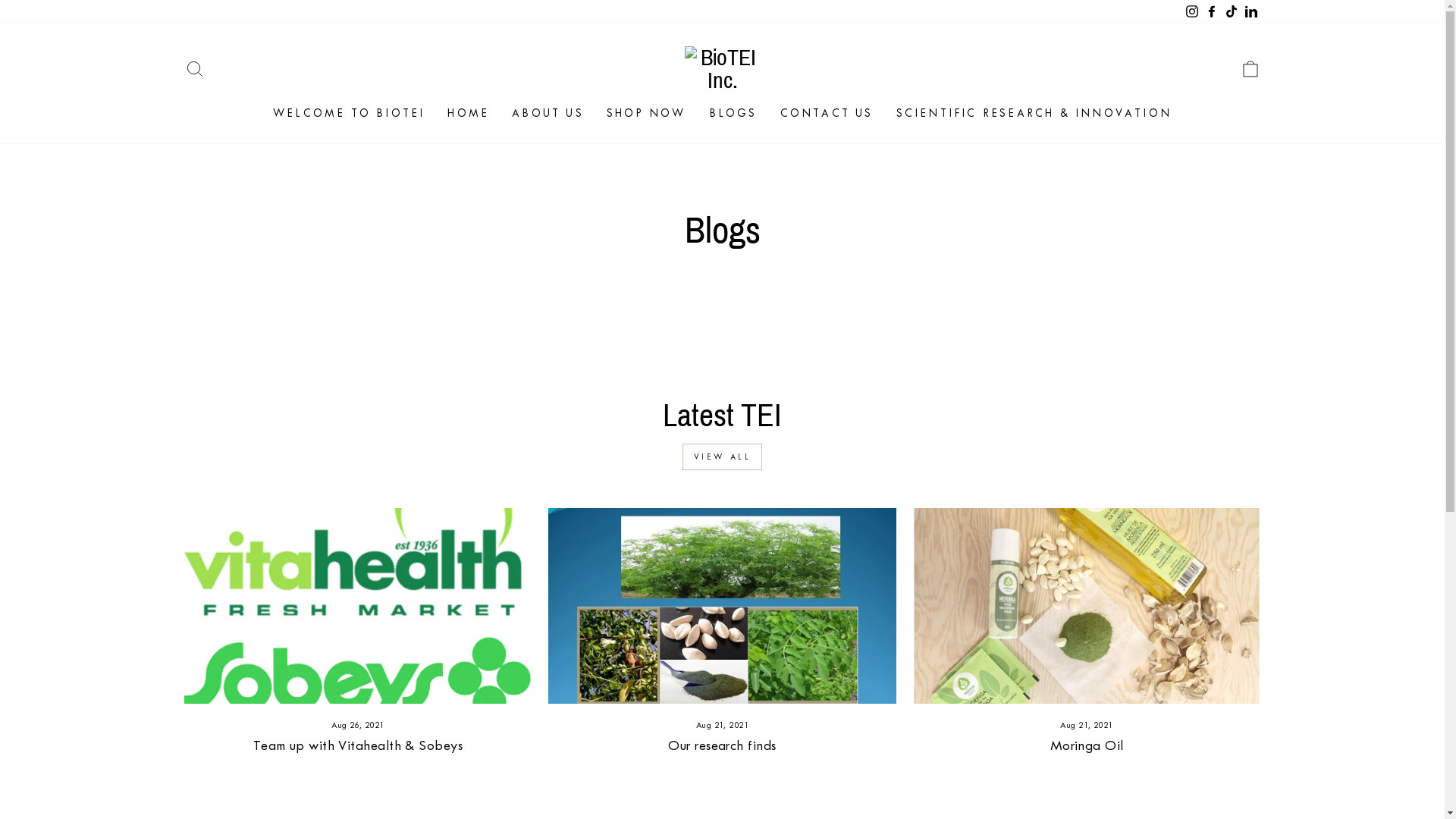  What do you see at coordinates (1086, 745) in the screenshot?
I see `'Moringa Oil'` at bounding box center [1086, 745].